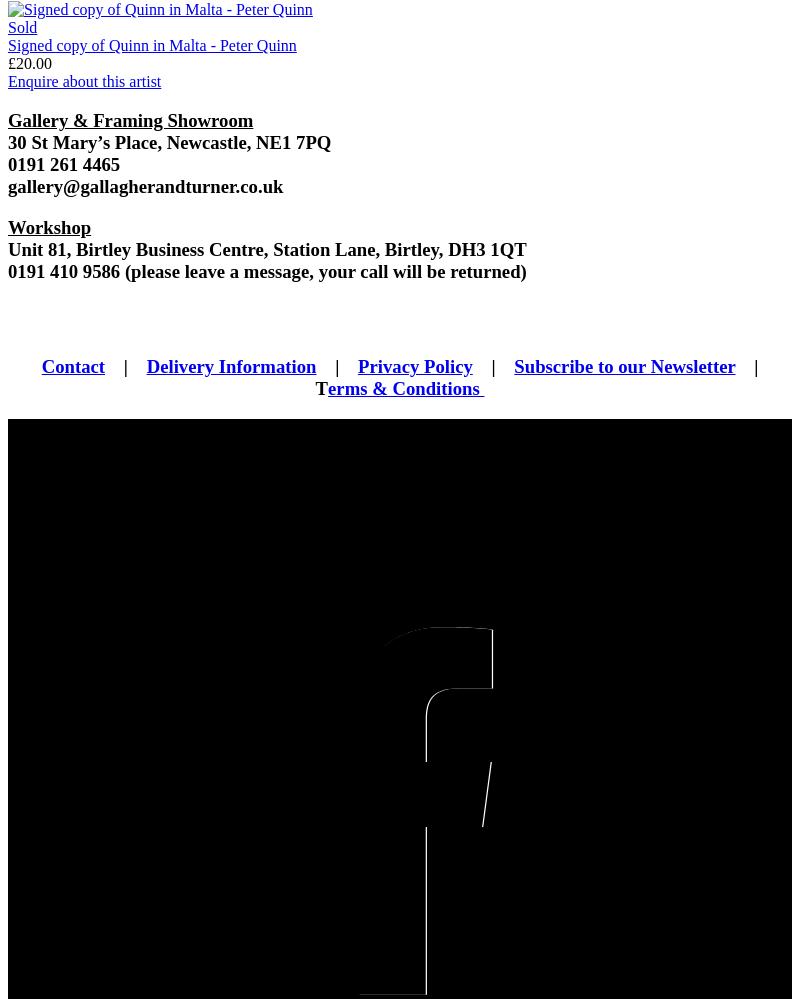 This screenshot has height=999, width=800. Describe the element at coordinates (129, 120) in the screenshot. I see `'Gallery & Framing Showroom'` at that location.